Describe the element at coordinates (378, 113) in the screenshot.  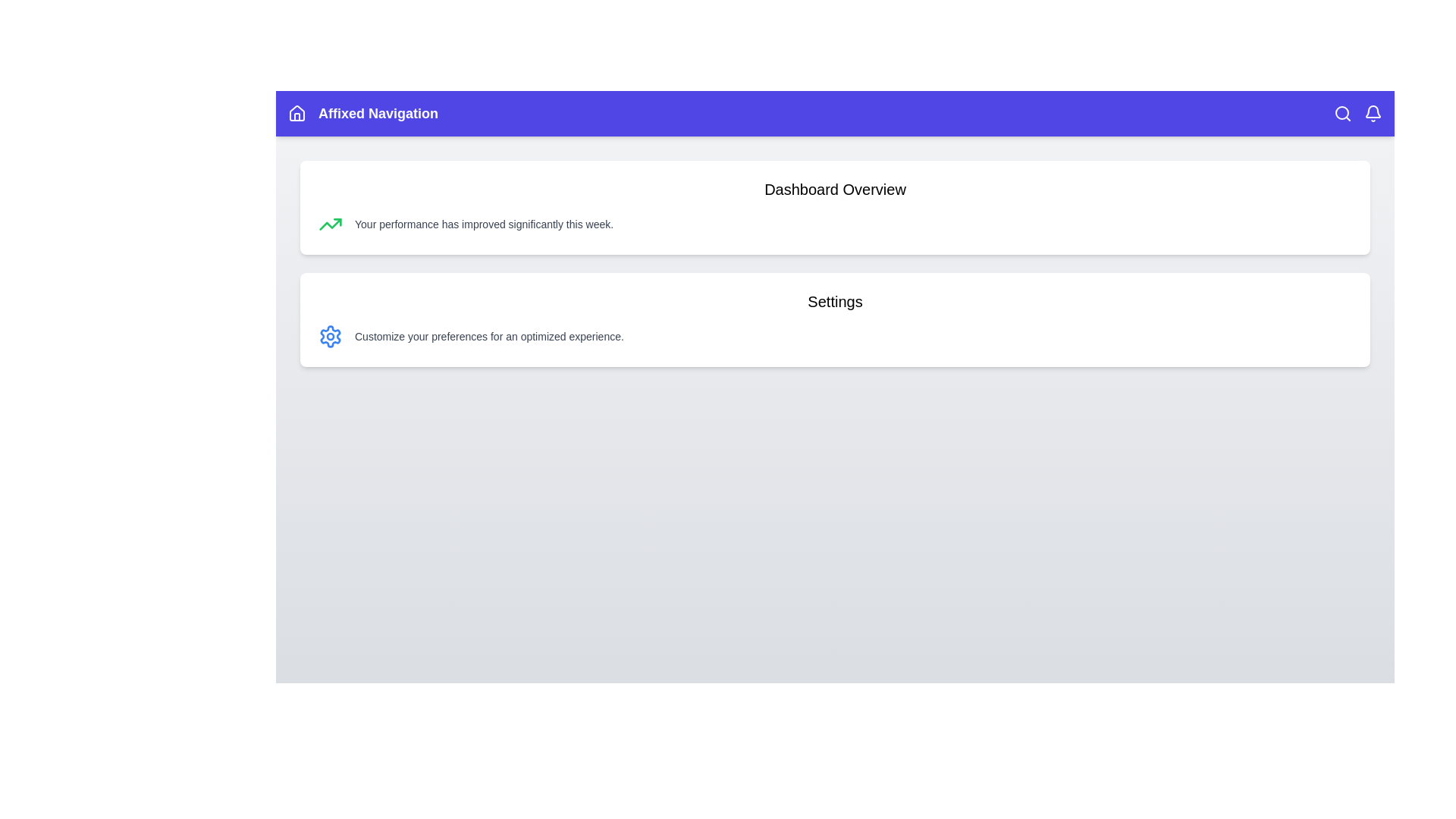
I see `text label located in the top navigation bar, positioned immediately to the right of the house icon` at that location.